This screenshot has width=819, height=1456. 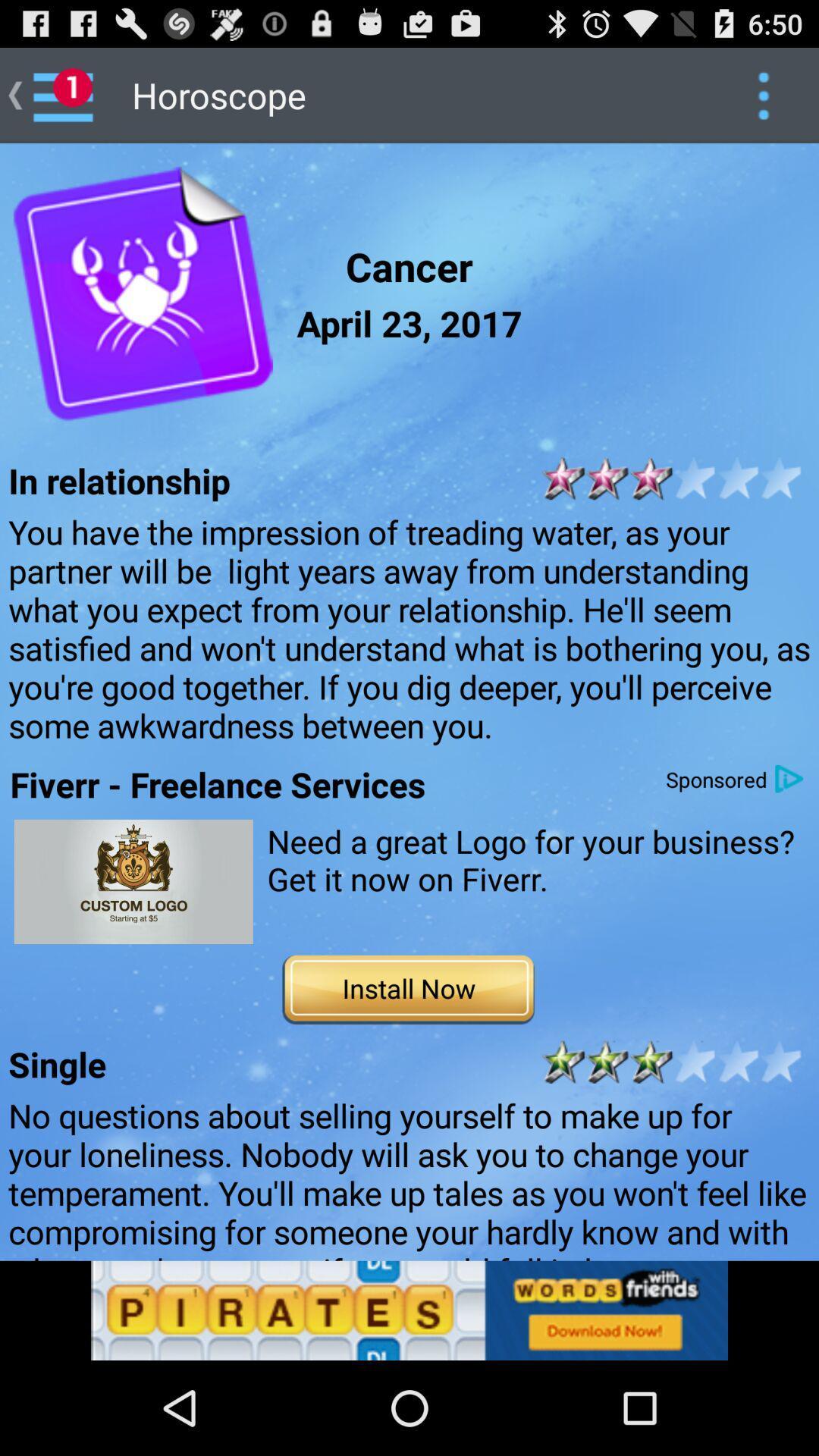 What do you see at coordinates (133, 881) in the screenshot?
I see `logo opption` at bounding box center [133, 881].